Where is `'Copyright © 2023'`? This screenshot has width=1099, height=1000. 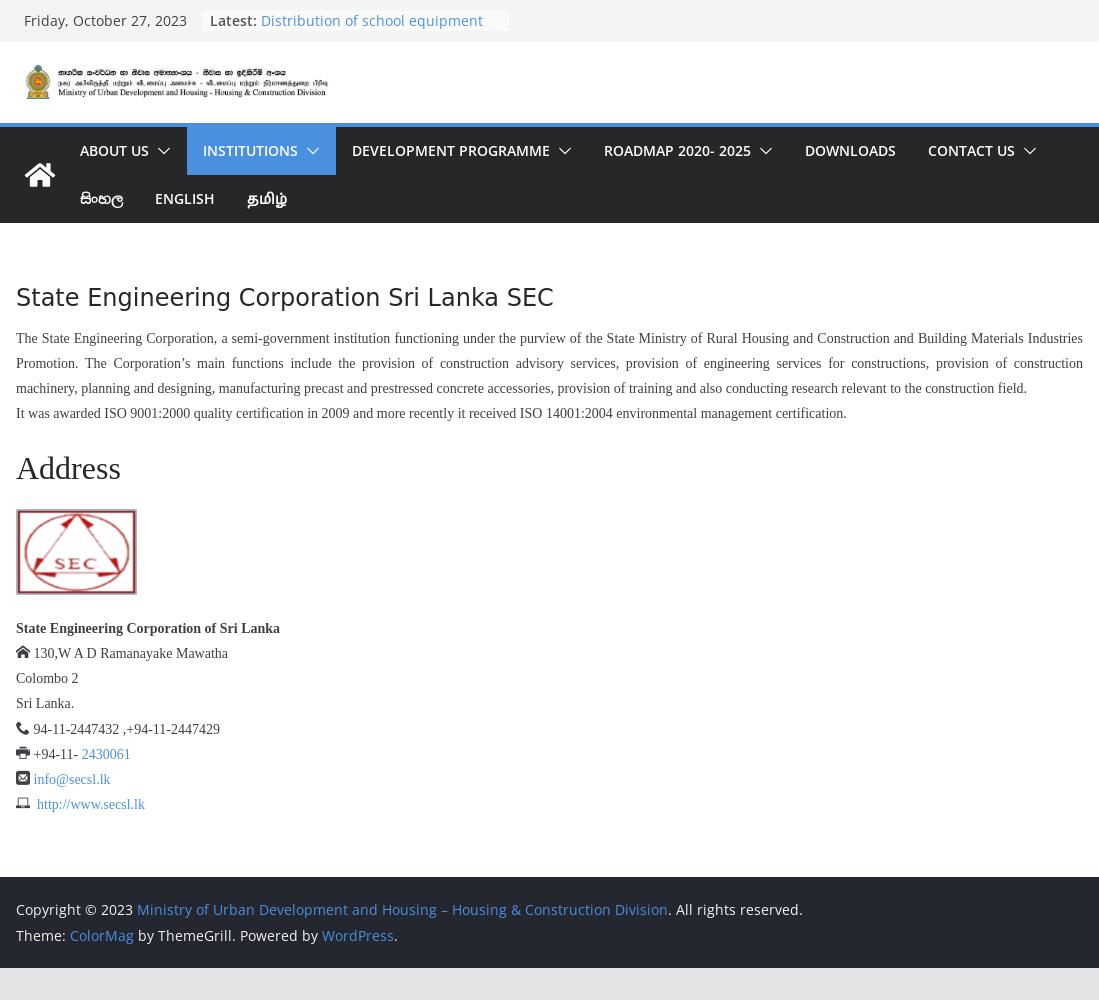
'Copyright © 2023' is located at coordinates (75, 909).